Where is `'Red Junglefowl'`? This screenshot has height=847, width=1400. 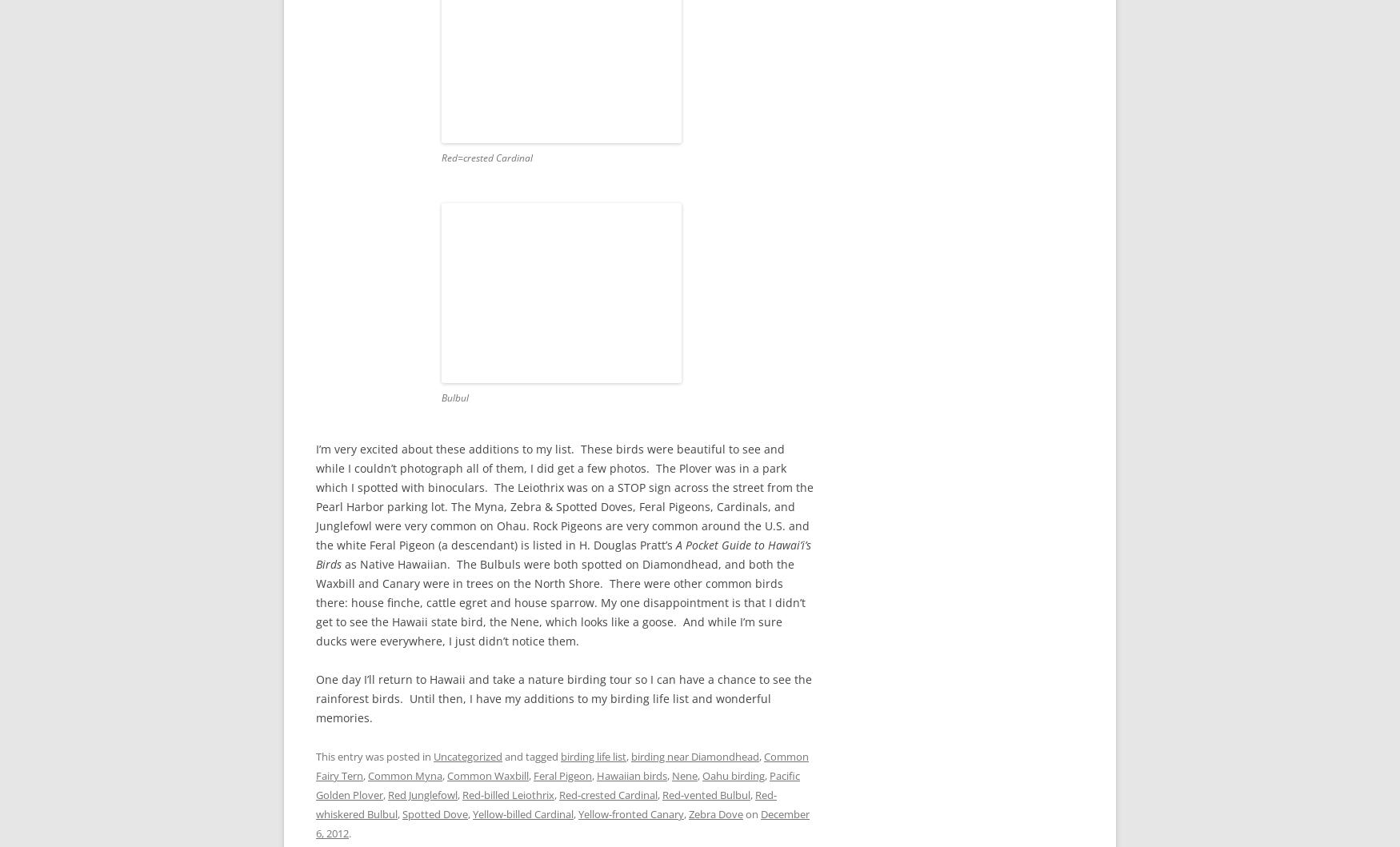
'Red Junglefowl' is located at coordinates (422, 793).